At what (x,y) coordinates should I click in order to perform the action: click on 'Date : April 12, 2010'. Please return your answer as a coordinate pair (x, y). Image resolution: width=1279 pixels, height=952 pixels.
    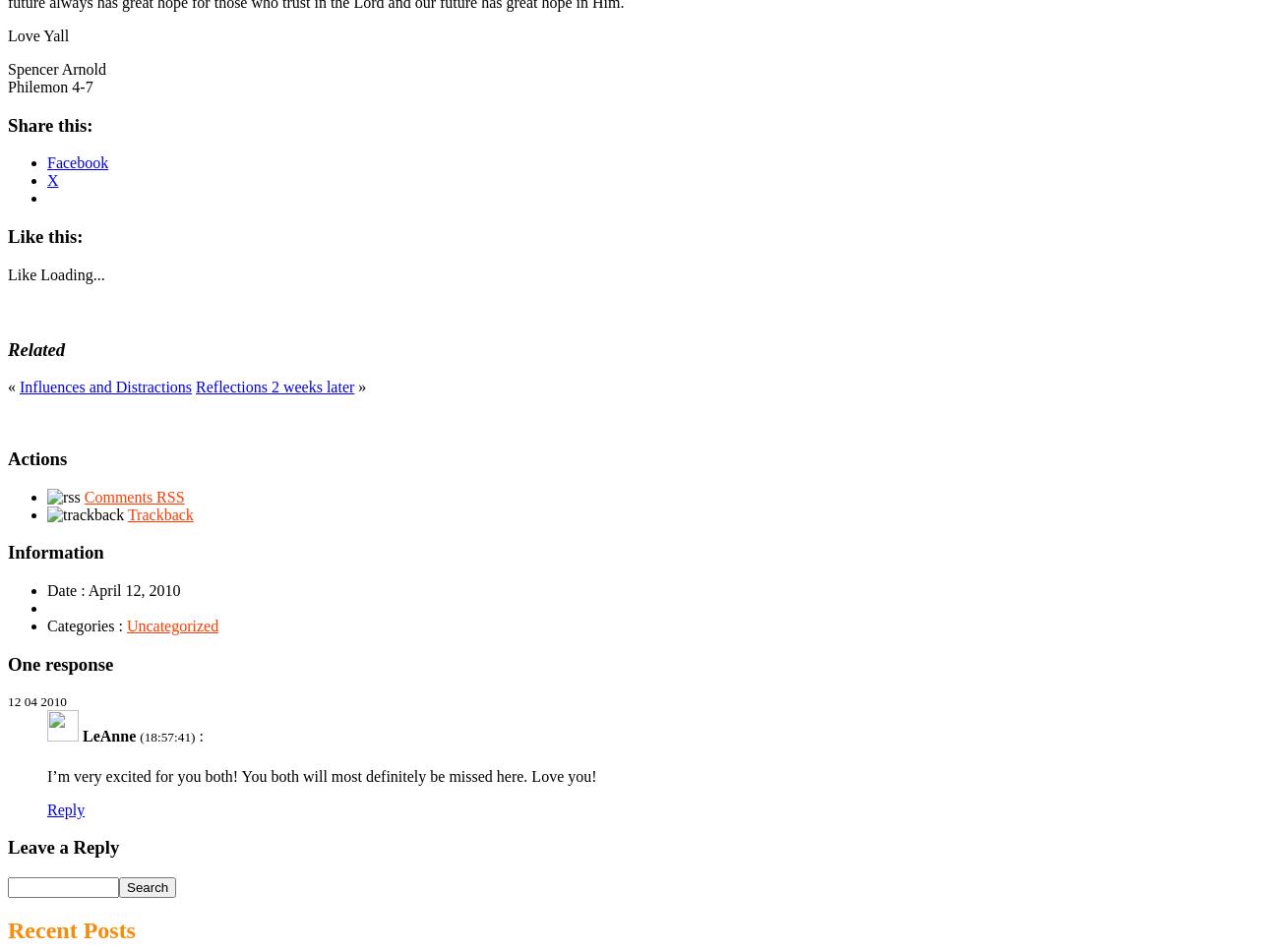
    Looking at the image, I should click on (112, 590).